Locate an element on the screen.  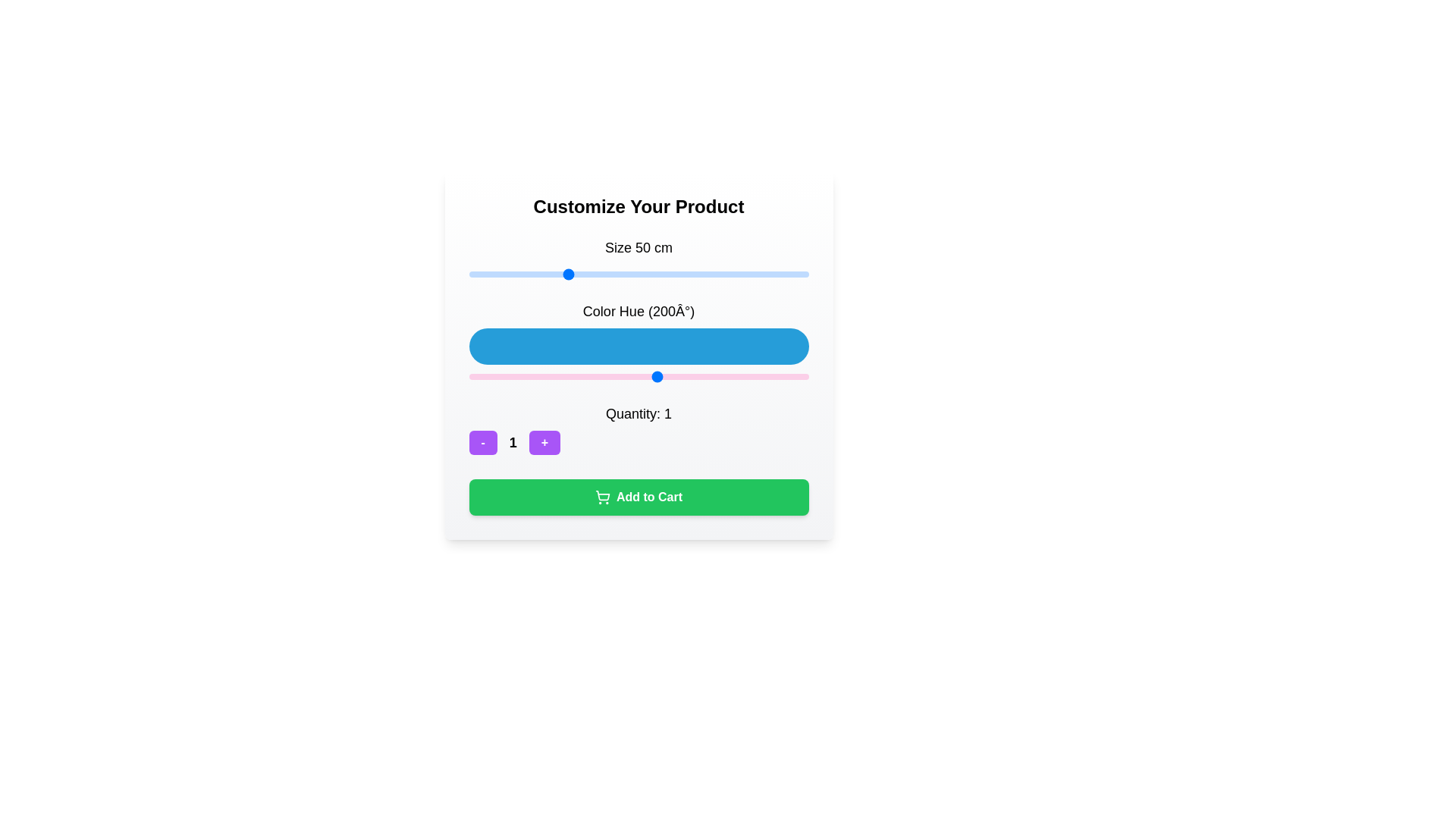
the size is located at coordinates (522, 275).